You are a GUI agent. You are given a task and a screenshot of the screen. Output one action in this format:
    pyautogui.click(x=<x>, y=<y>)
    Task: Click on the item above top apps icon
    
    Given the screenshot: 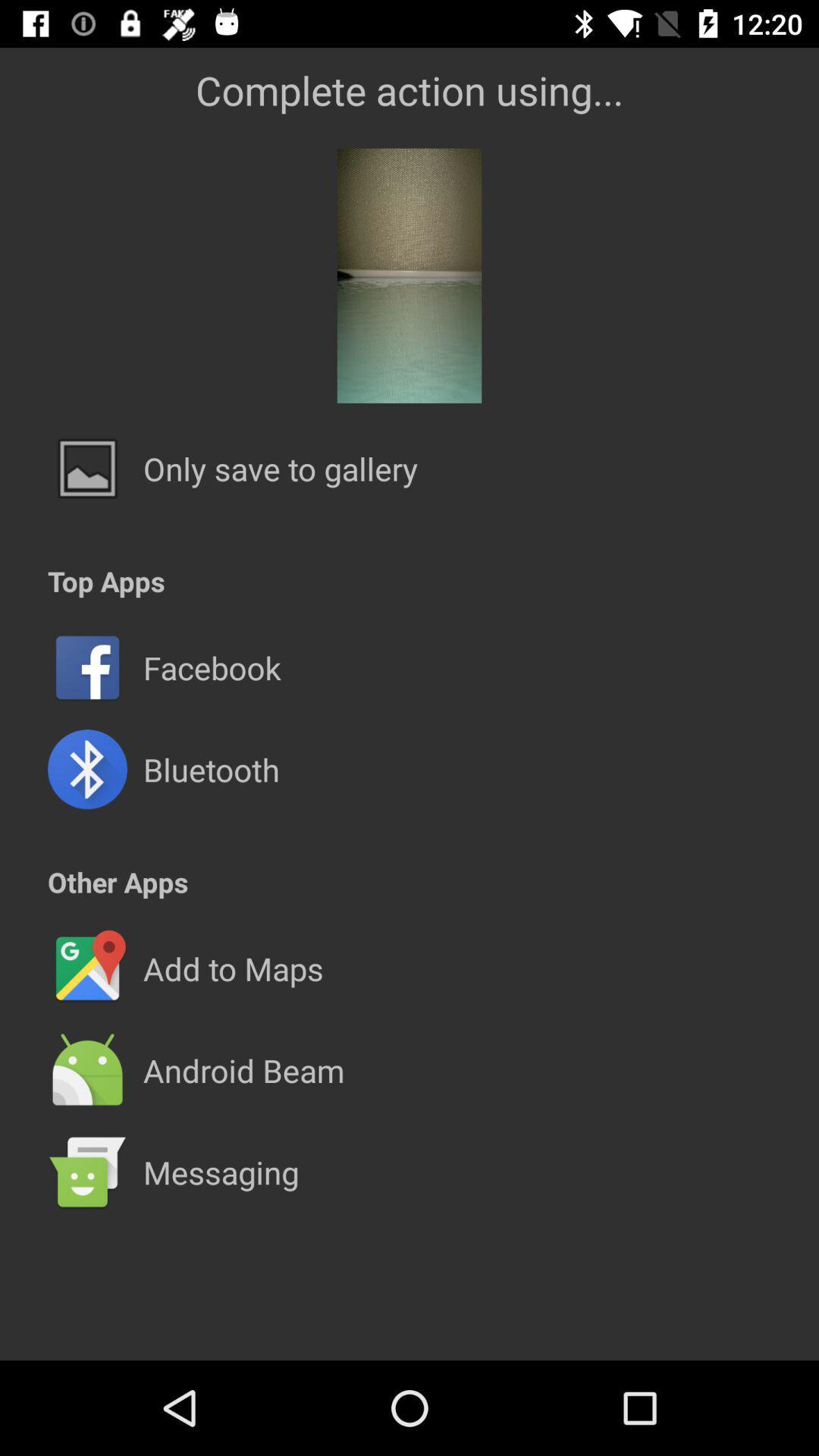 What is the action you would take?
    pyautogui.click(x=281, y=468)
    